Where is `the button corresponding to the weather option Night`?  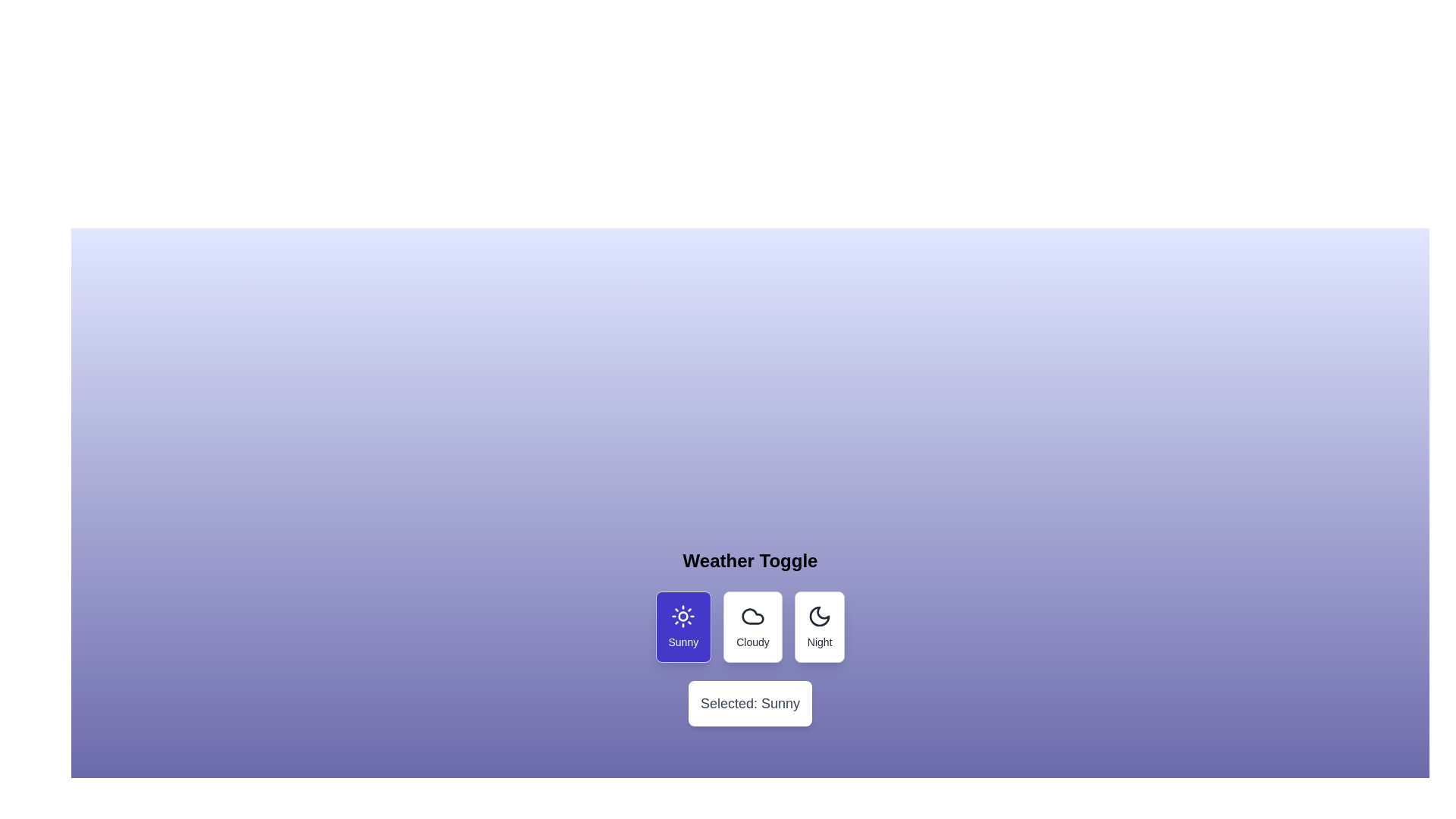 the button corresponding to the weather option Night is located at coordinates (819, 626).